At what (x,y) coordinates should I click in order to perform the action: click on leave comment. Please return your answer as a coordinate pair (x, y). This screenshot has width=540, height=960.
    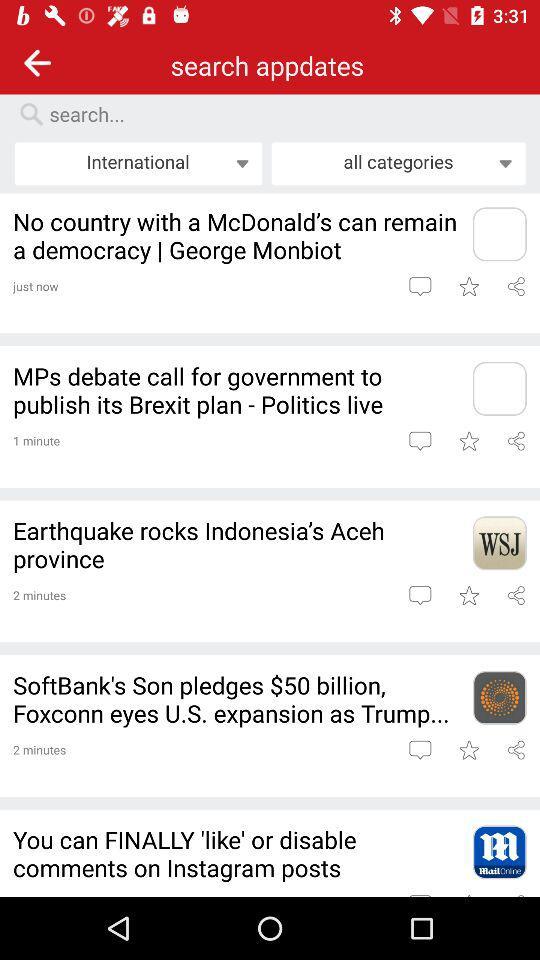
    Looking at the image, I should click on (419, 285).